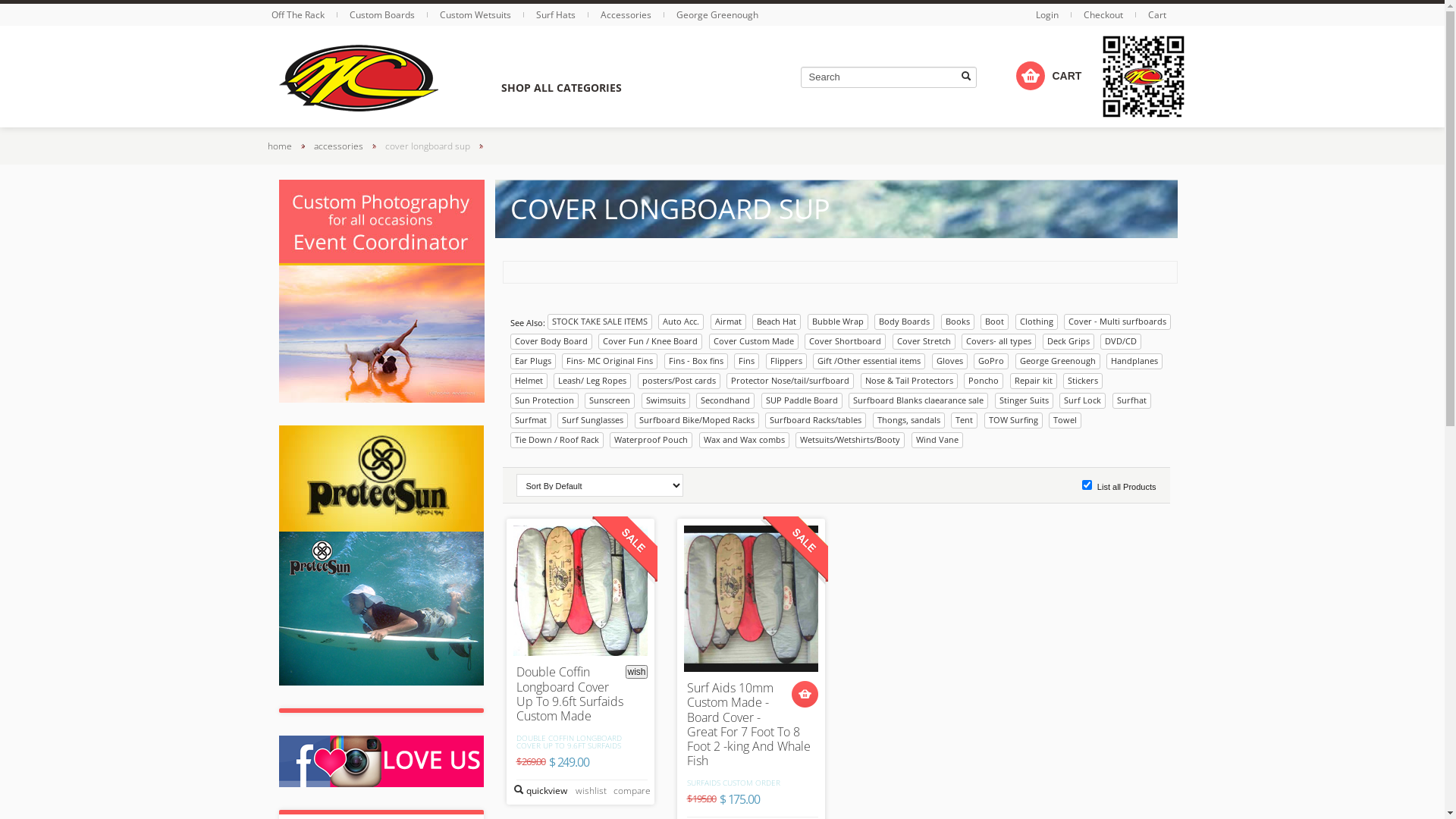  What do you see at coordinates (948, 361) in the screenshot?
I see `'Gloves'` at bounding box center [948, 361].